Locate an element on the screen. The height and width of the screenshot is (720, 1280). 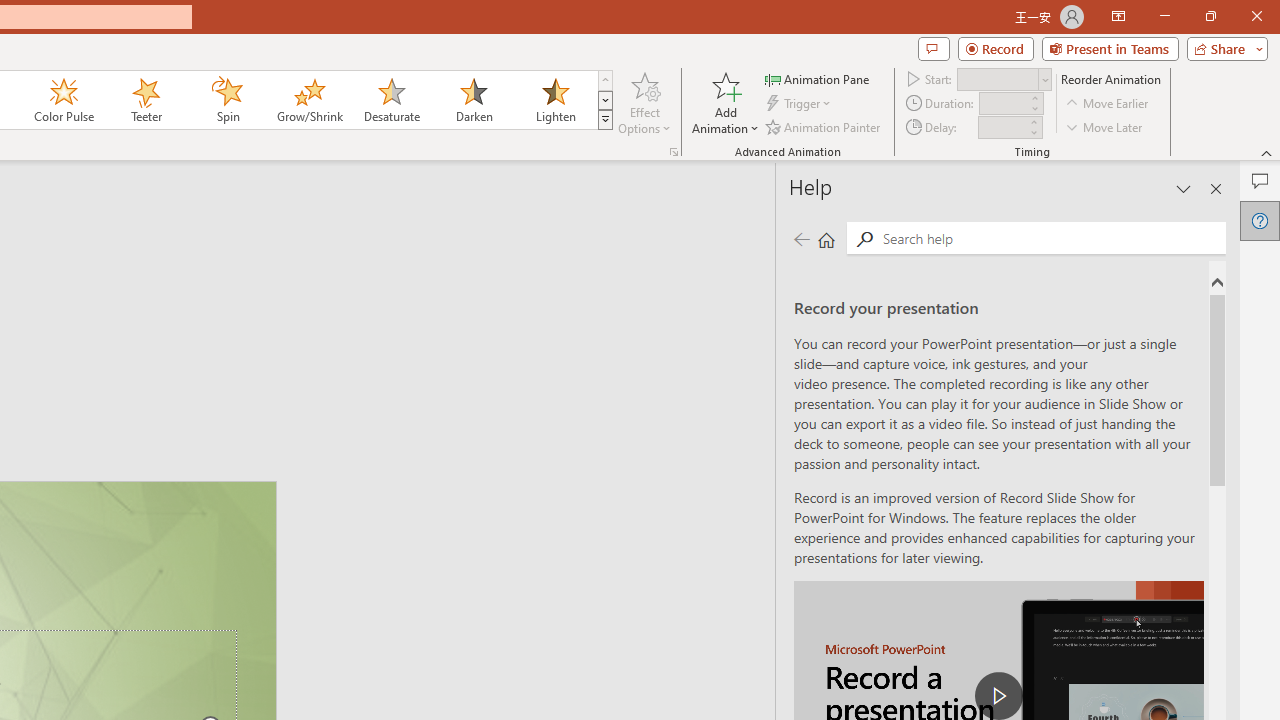
'Move Earlier' is located at coordinates (1106, 103).